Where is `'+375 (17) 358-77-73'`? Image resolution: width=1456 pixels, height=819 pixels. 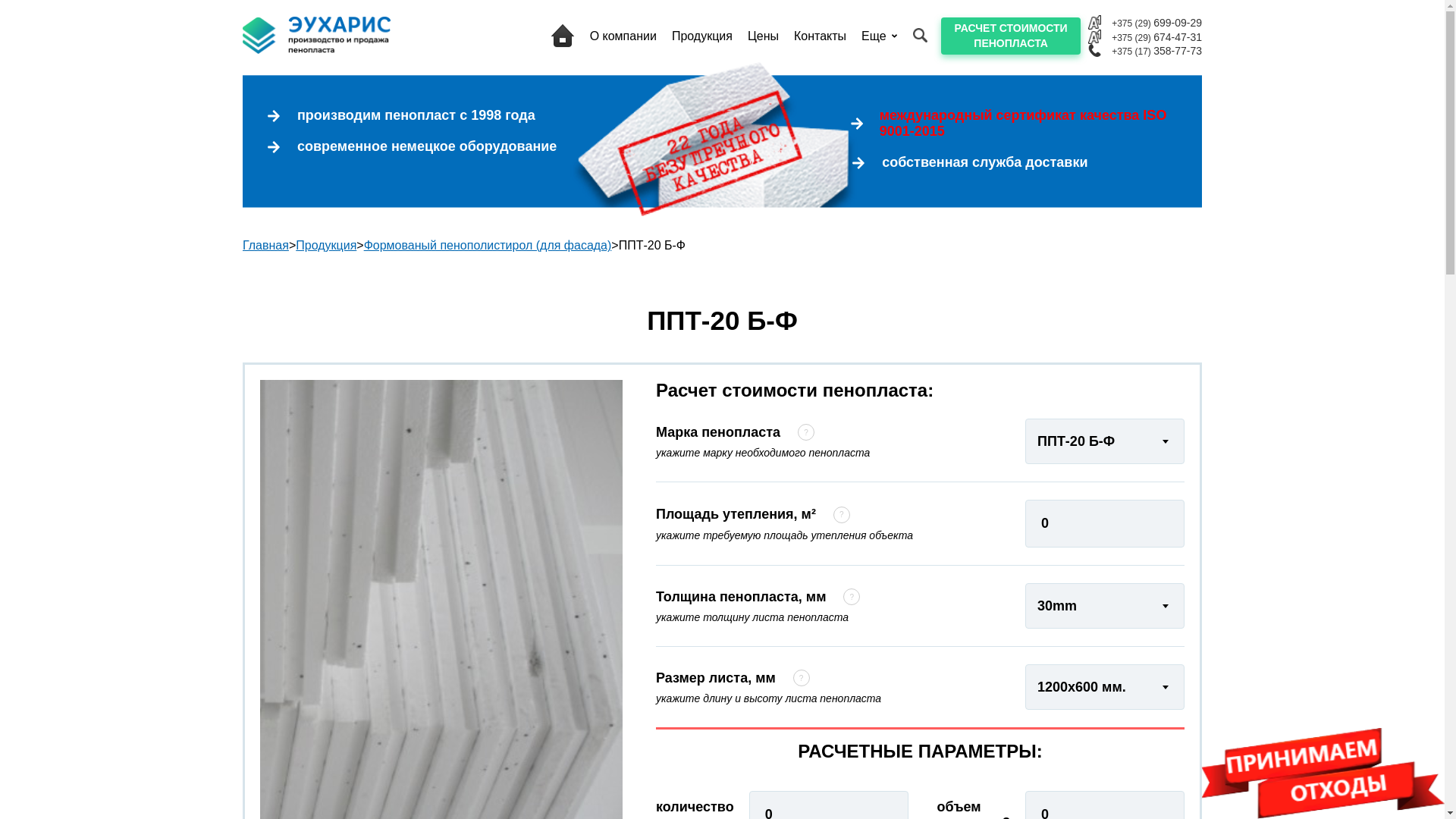 '+375 (17) 358-77-73' is located at coordinates (1151, 49).